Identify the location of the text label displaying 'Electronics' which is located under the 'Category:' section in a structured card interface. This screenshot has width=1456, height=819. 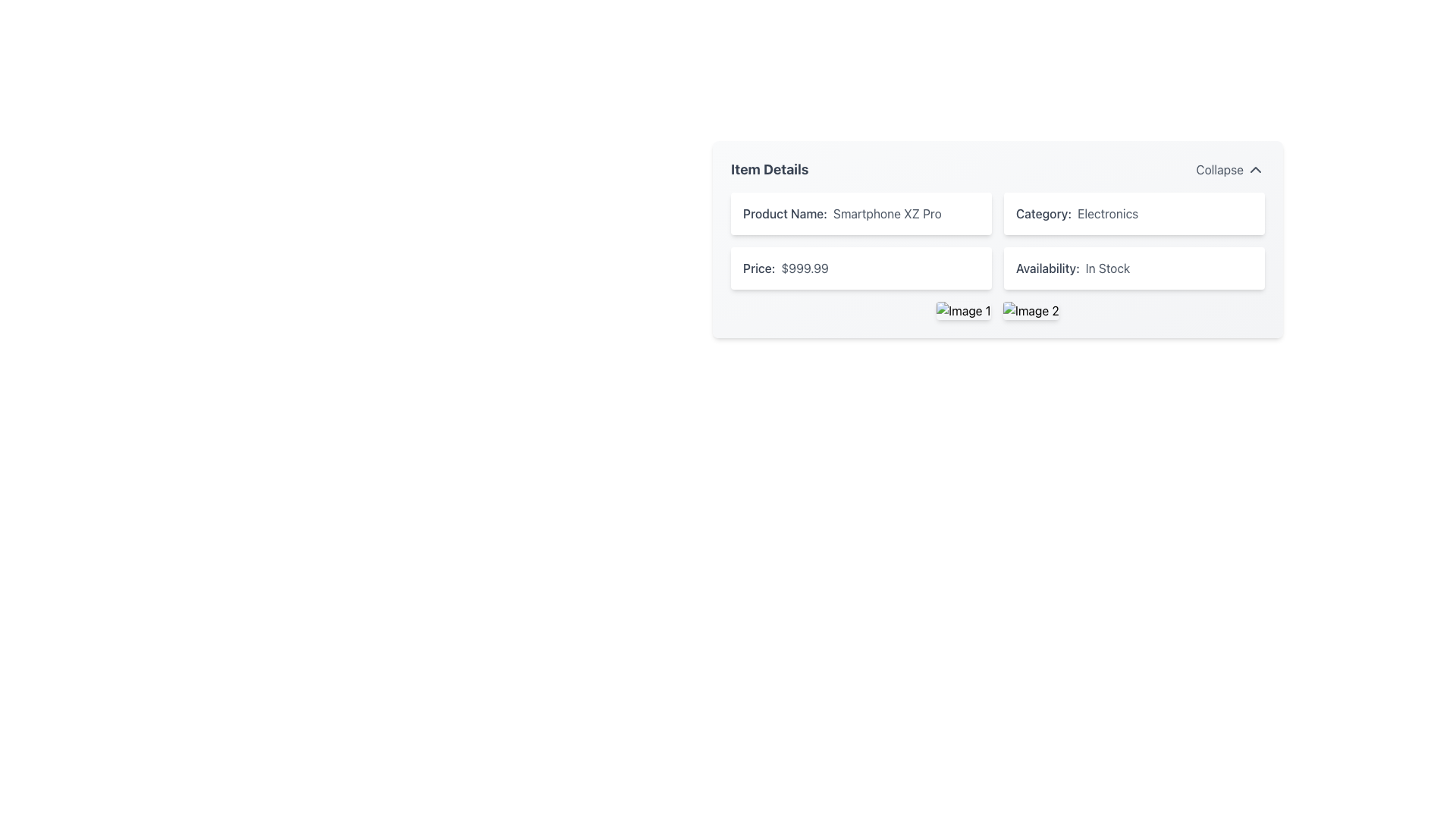
(1108, 213).